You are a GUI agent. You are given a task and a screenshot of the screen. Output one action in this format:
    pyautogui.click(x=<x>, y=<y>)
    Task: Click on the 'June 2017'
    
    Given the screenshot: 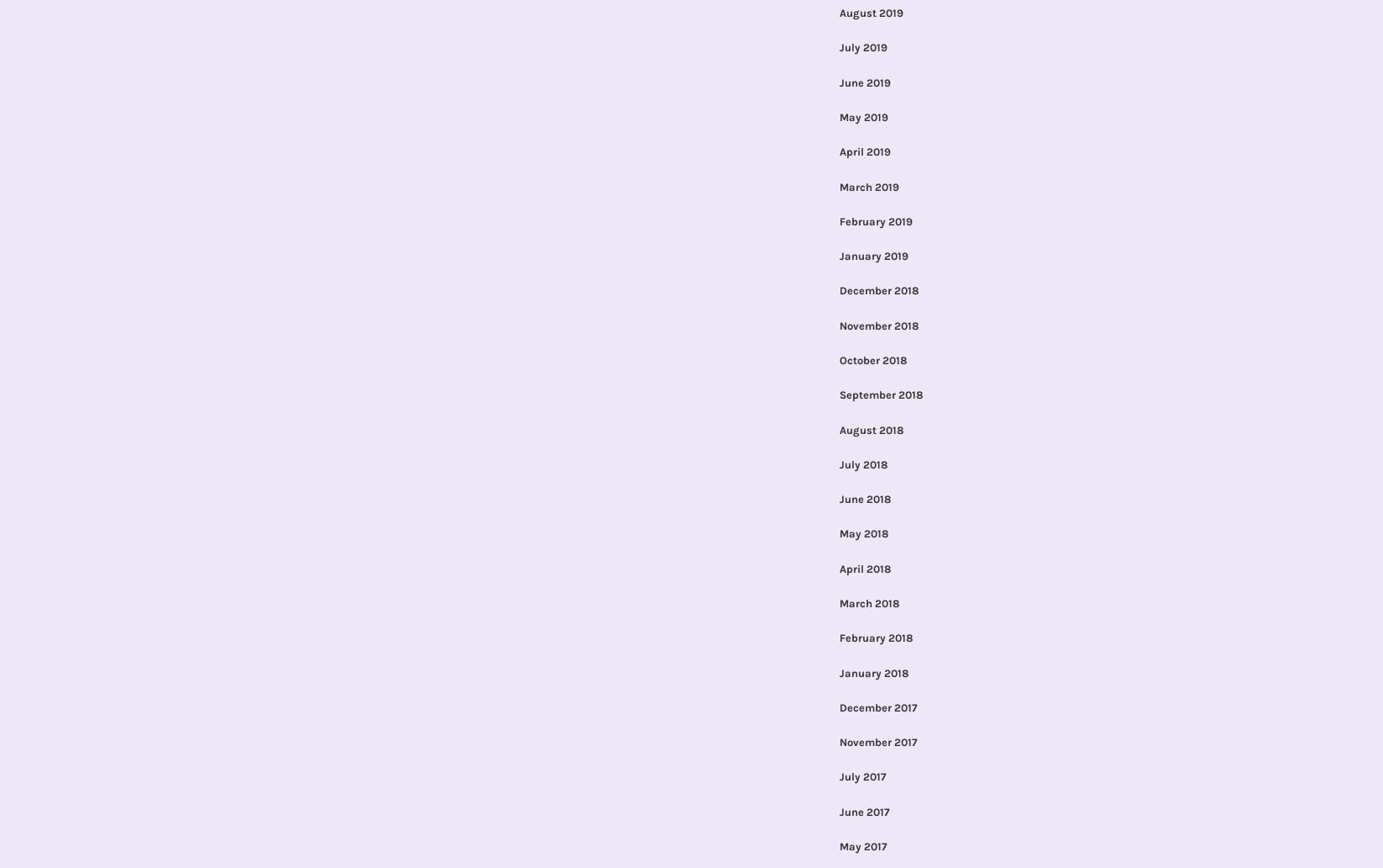 What is the action you would take?
    pyautogui.click(x=862, y=810)
    